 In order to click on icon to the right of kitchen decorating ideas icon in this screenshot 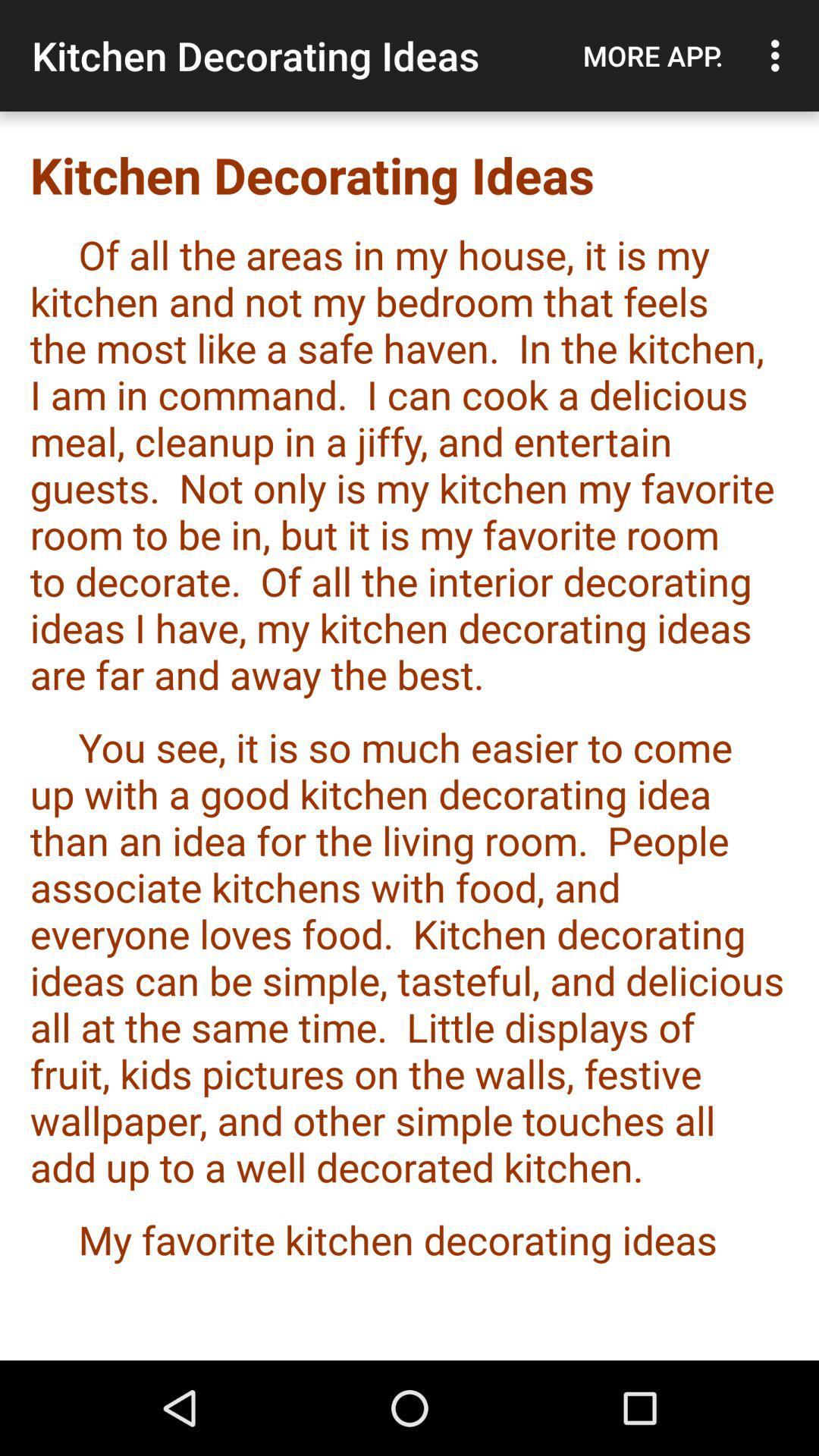, I will do `click(652, 55)`.